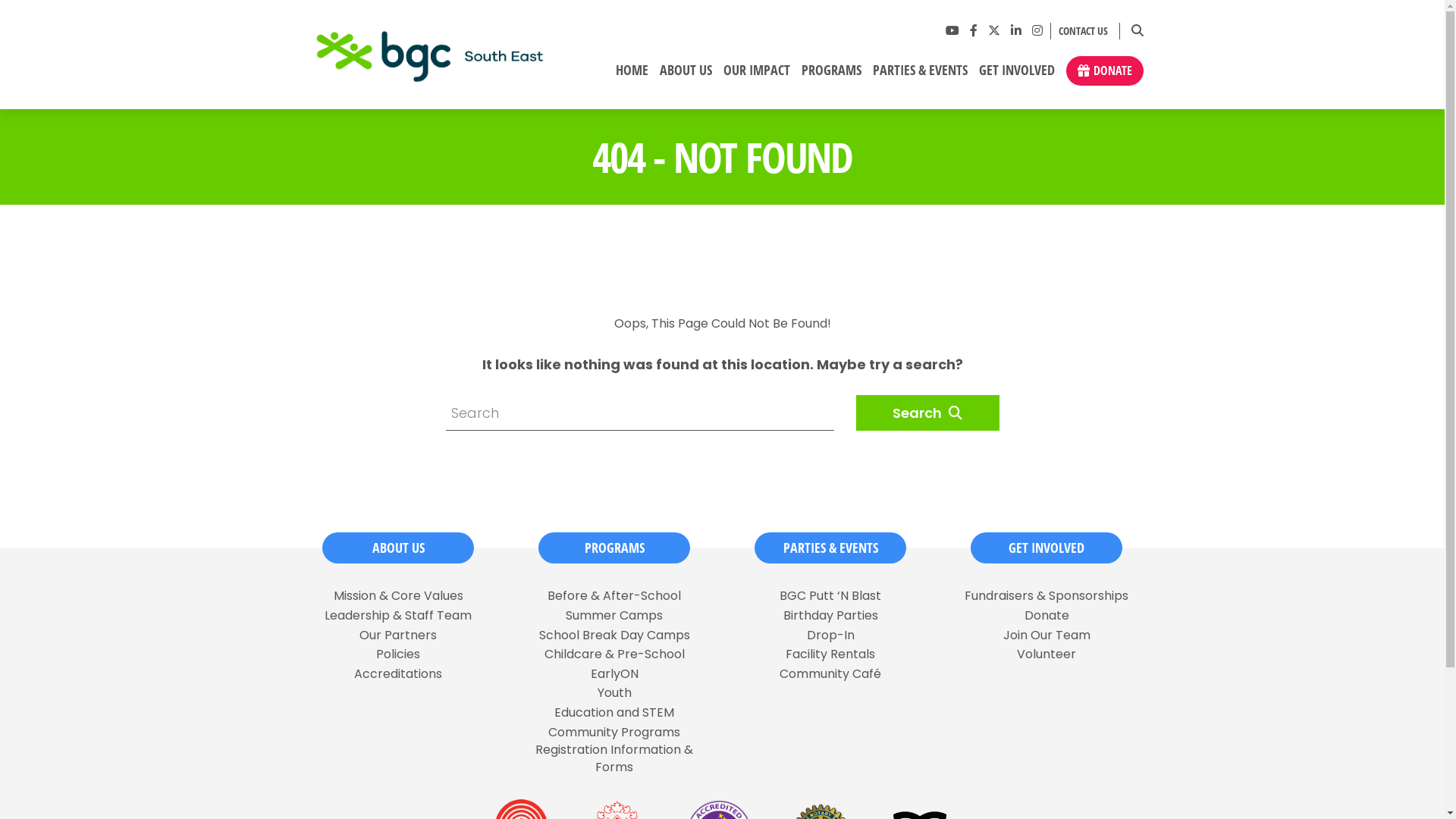 This screenshot has width=1456, height=819. What do you see at coordinates (397, 635) in the screenshot?
I see `'Our Partners'` at bounding box center [397, 635].